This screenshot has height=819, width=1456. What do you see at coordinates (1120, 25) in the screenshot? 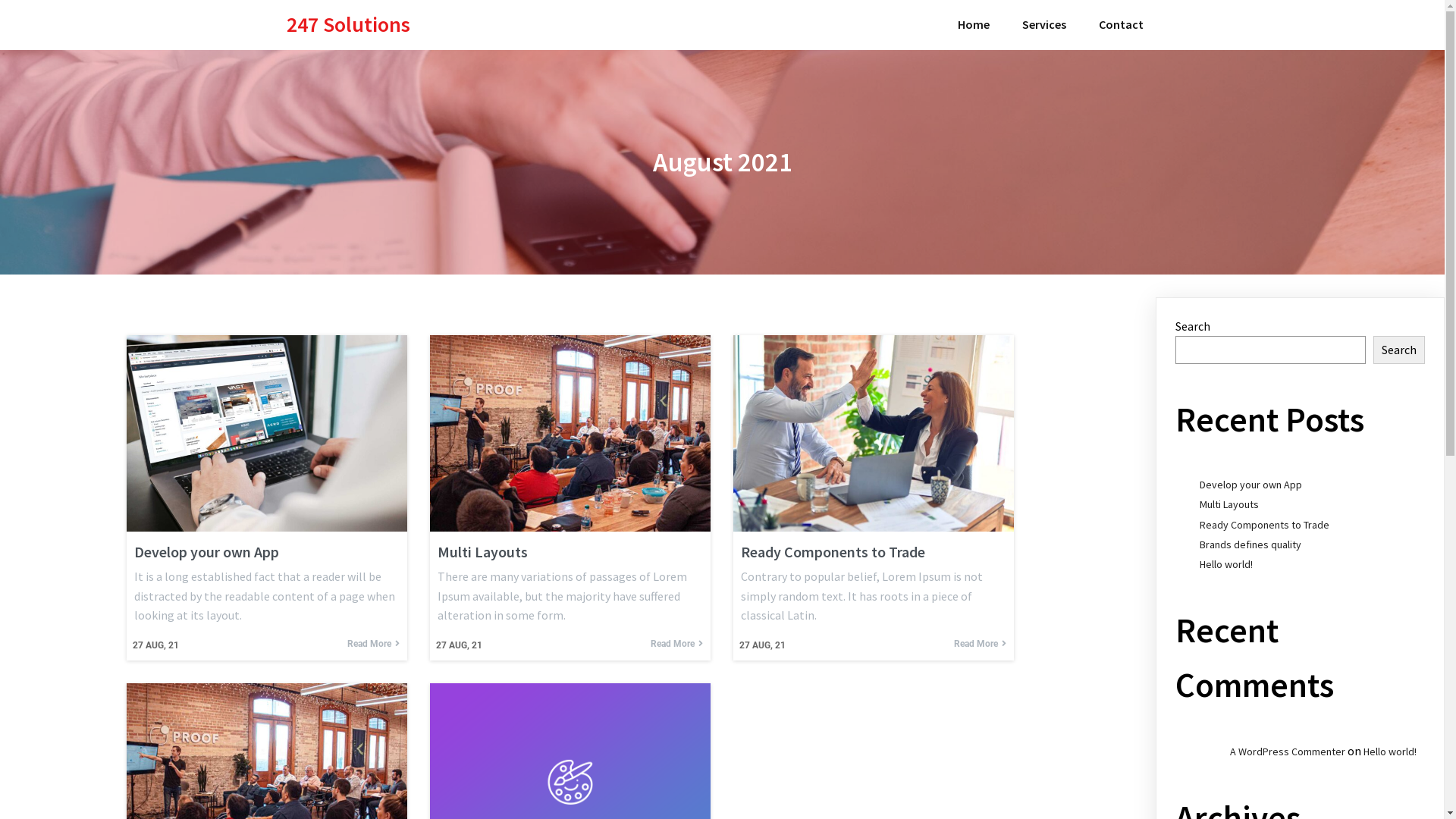
I see `'Contact'` at bounding box center [1120, 25].